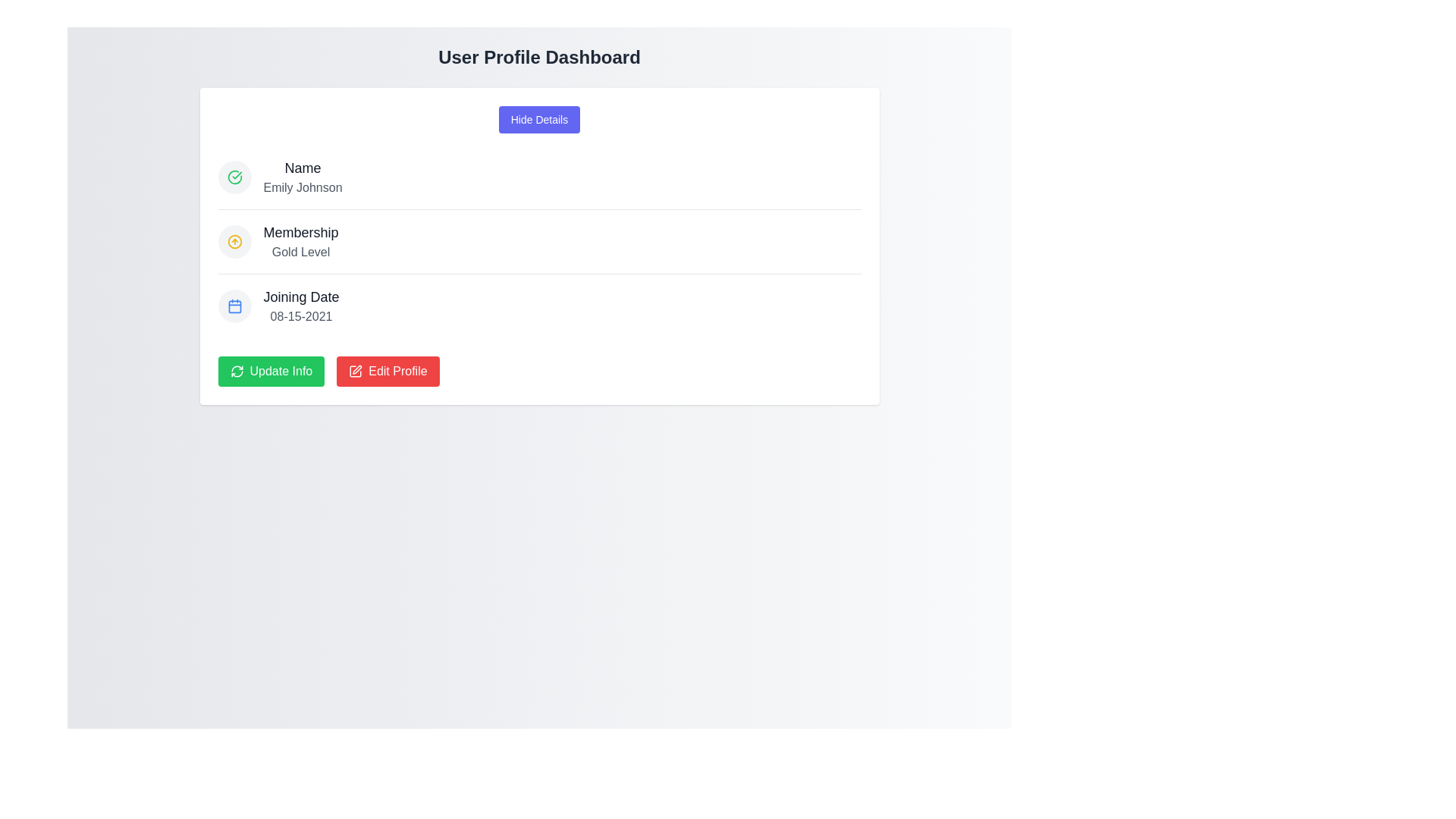  Describe the element at coordinates (539, 119) in the screenshot. I see `the button located below the 'User Profile Dashboard' heading` at that location.